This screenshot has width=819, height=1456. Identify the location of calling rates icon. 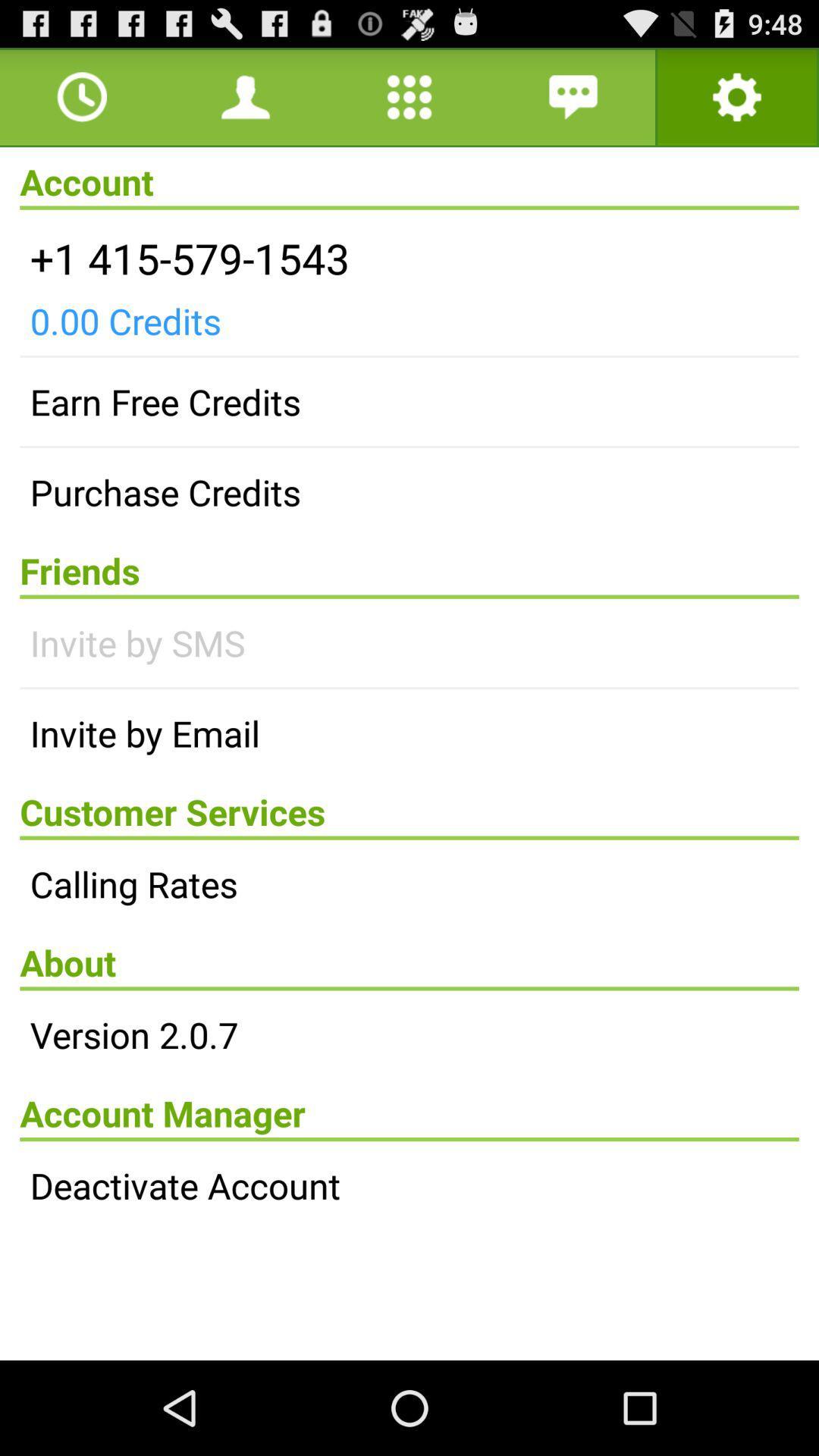
(409, 883).